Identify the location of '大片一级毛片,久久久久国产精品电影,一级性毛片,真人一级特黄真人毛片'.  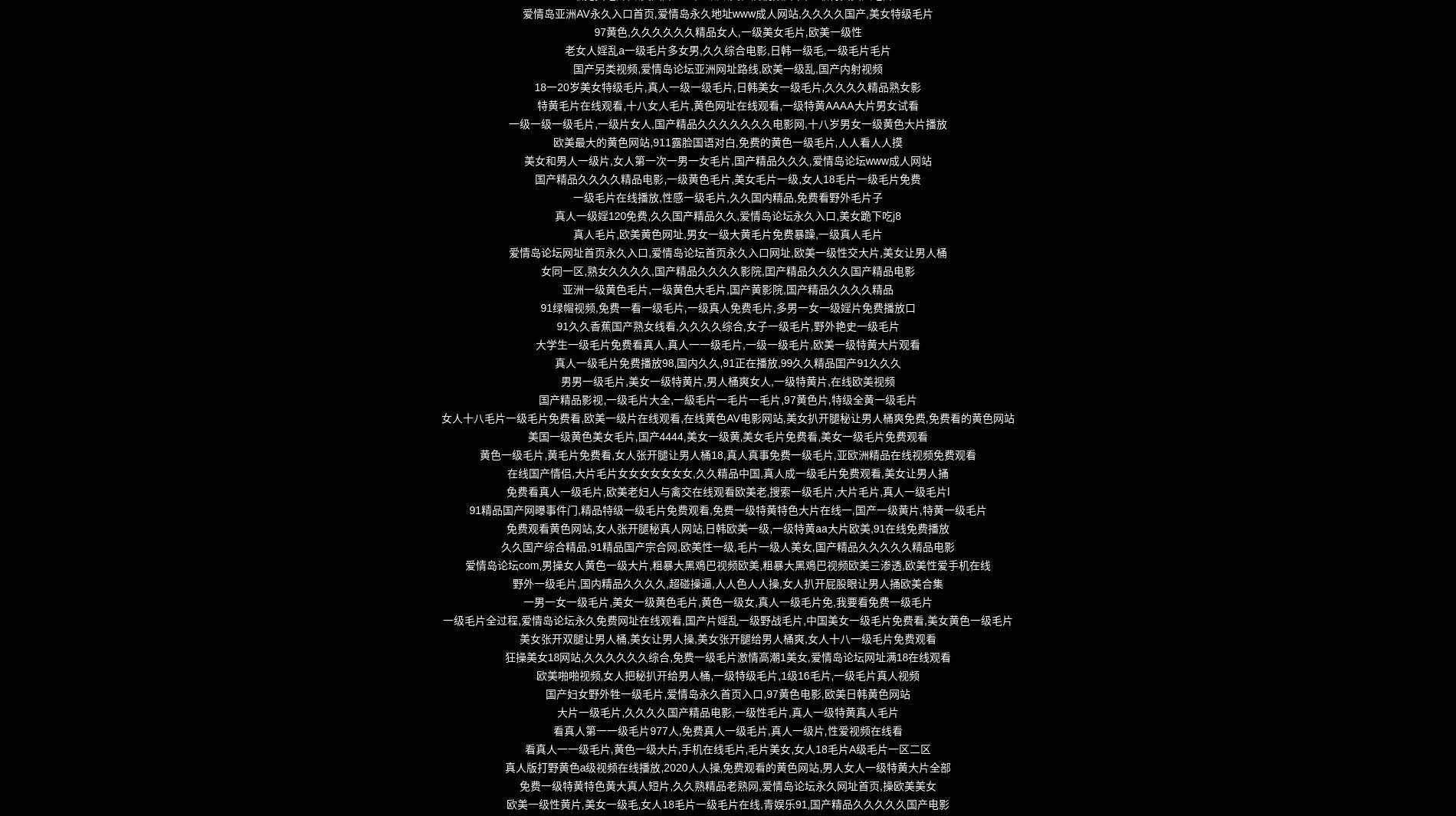
(726, 712).